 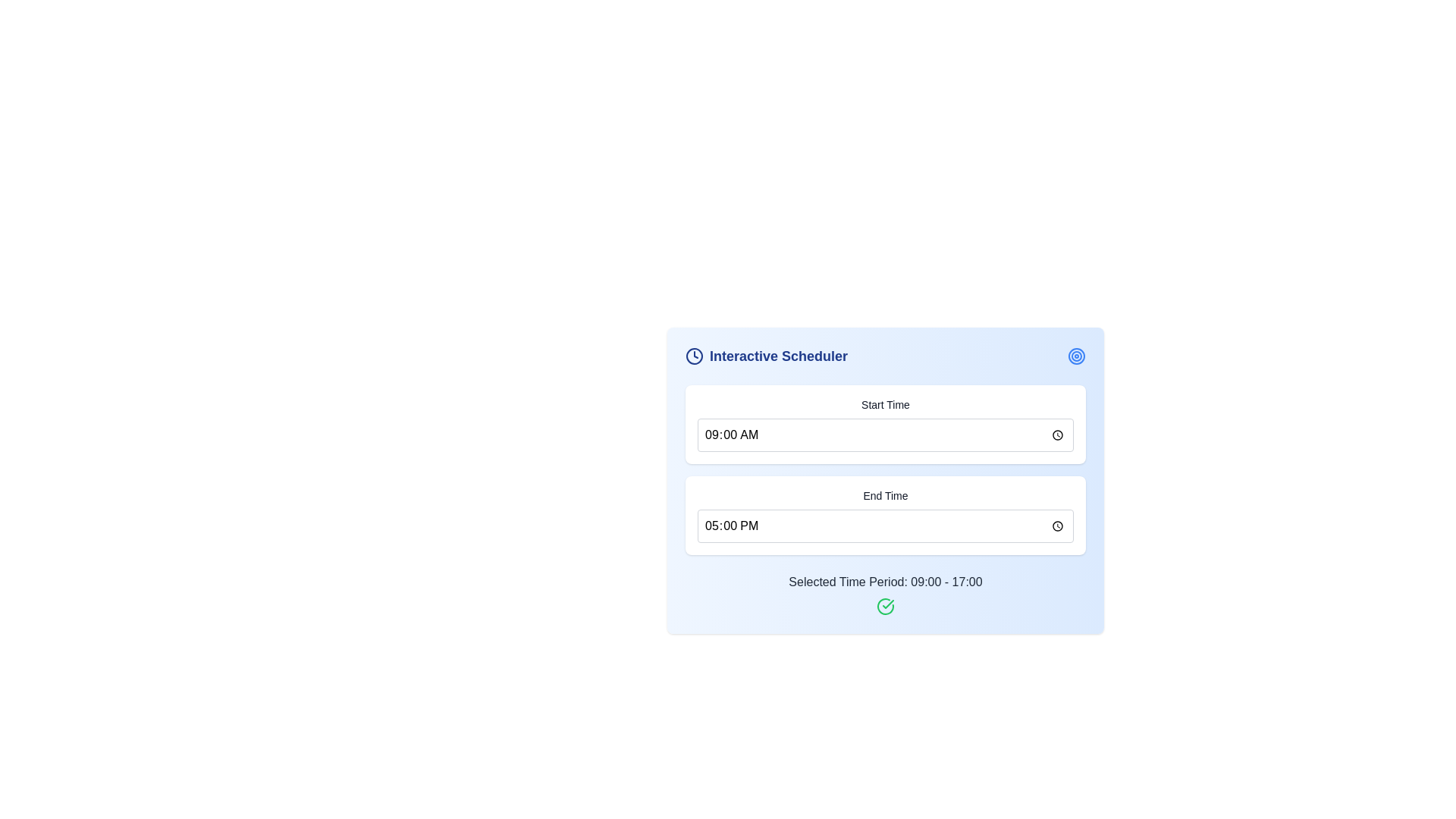 What do you see at coordinates (1076, 356) in the screenshot?
I see `the circular icon located in the top-right corner of the interface, which serves as the middle circle in a set of three concentric circles` at bounding box center [1076, 356].